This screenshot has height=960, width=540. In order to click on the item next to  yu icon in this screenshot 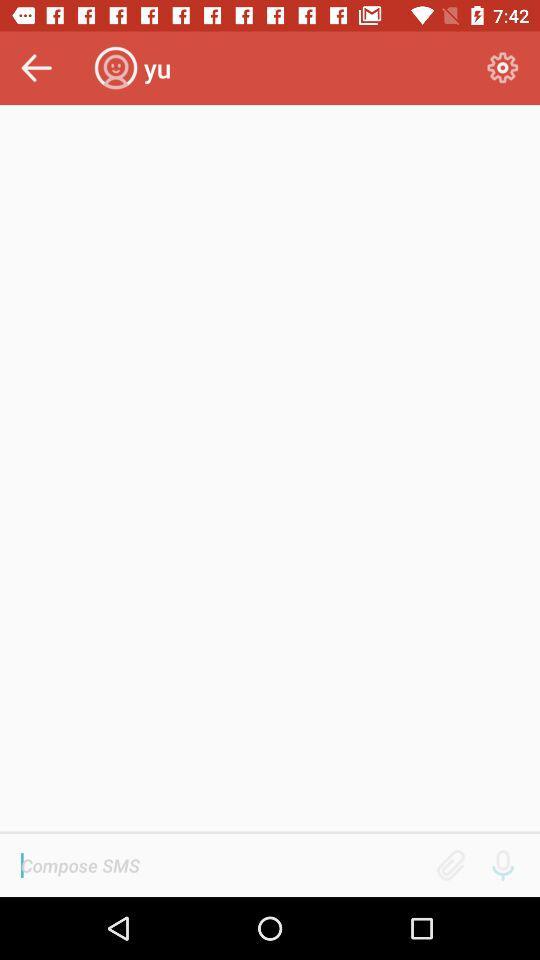, I will do `click(502, 68)`.